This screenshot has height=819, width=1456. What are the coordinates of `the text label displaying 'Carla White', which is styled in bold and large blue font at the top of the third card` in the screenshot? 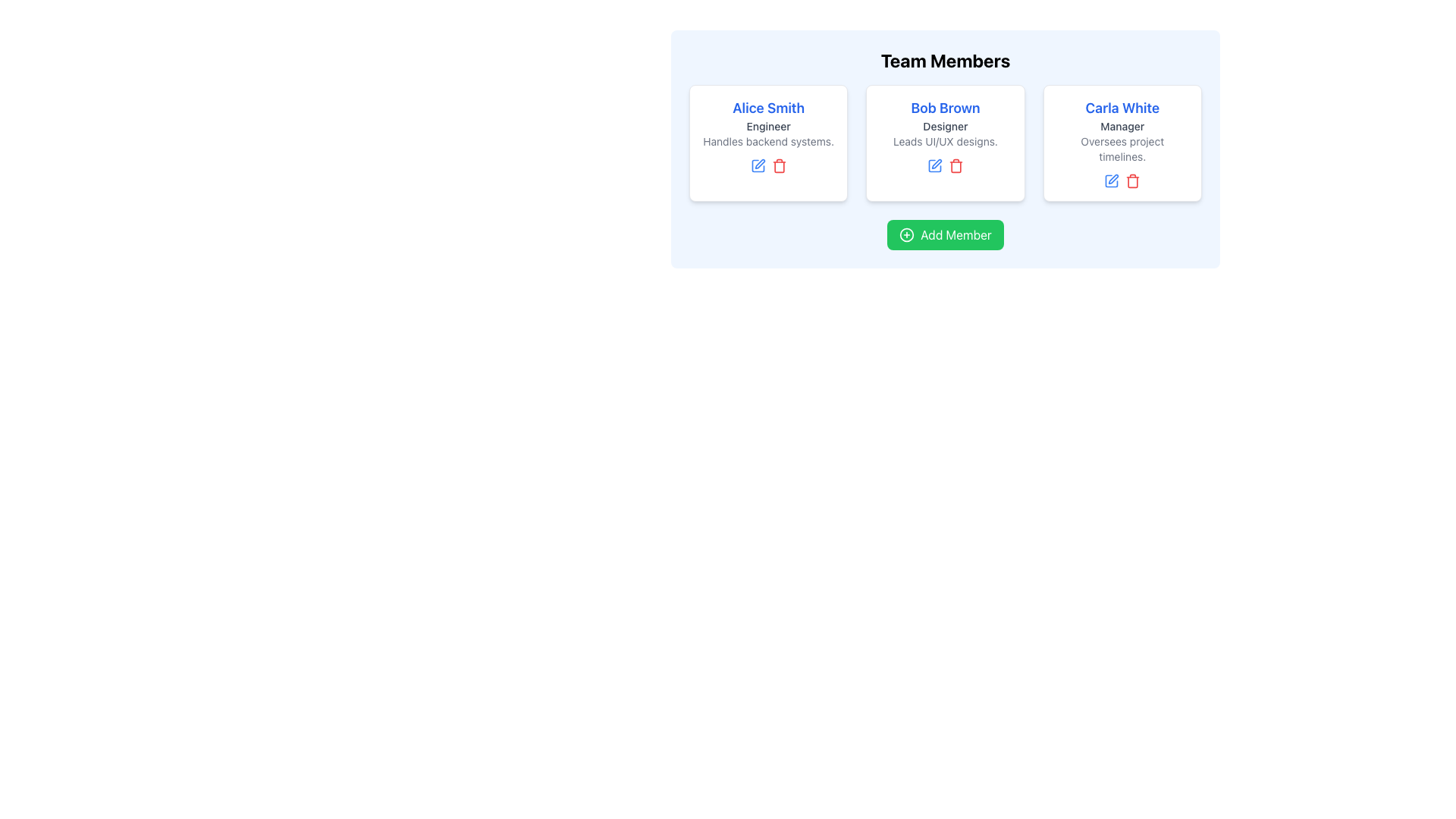 It's located at (1122, 107).